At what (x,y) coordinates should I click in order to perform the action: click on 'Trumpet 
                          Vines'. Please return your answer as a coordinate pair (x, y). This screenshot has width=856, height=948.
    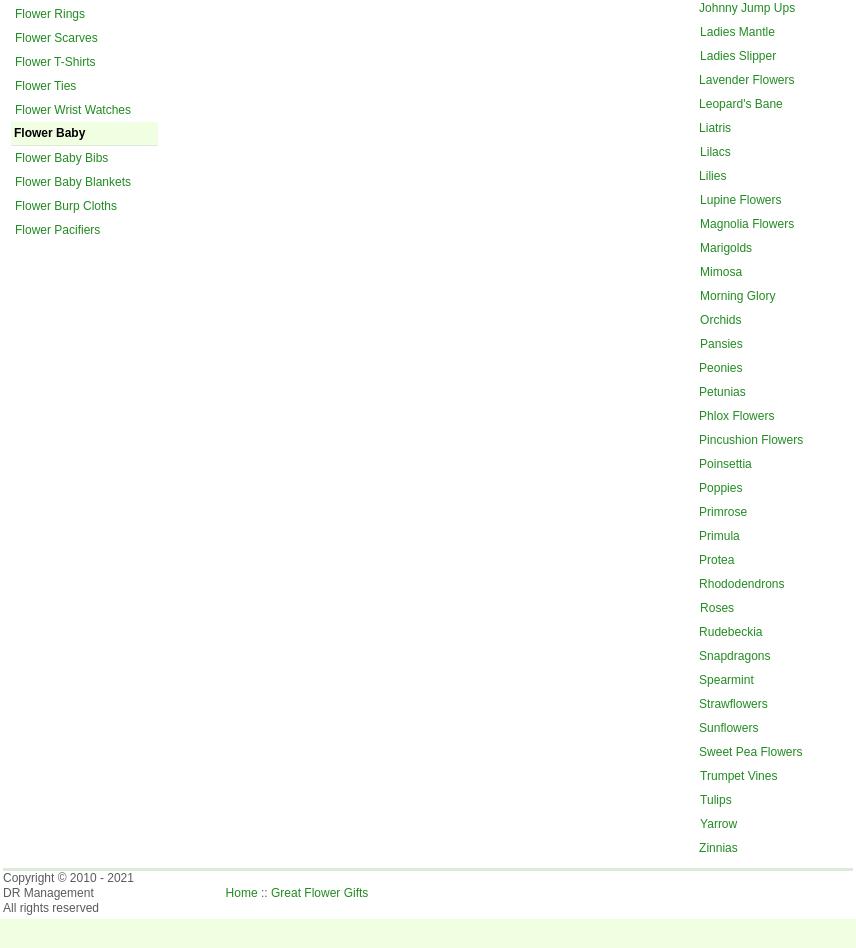
    Looking at the image, I should click on (738, 774).